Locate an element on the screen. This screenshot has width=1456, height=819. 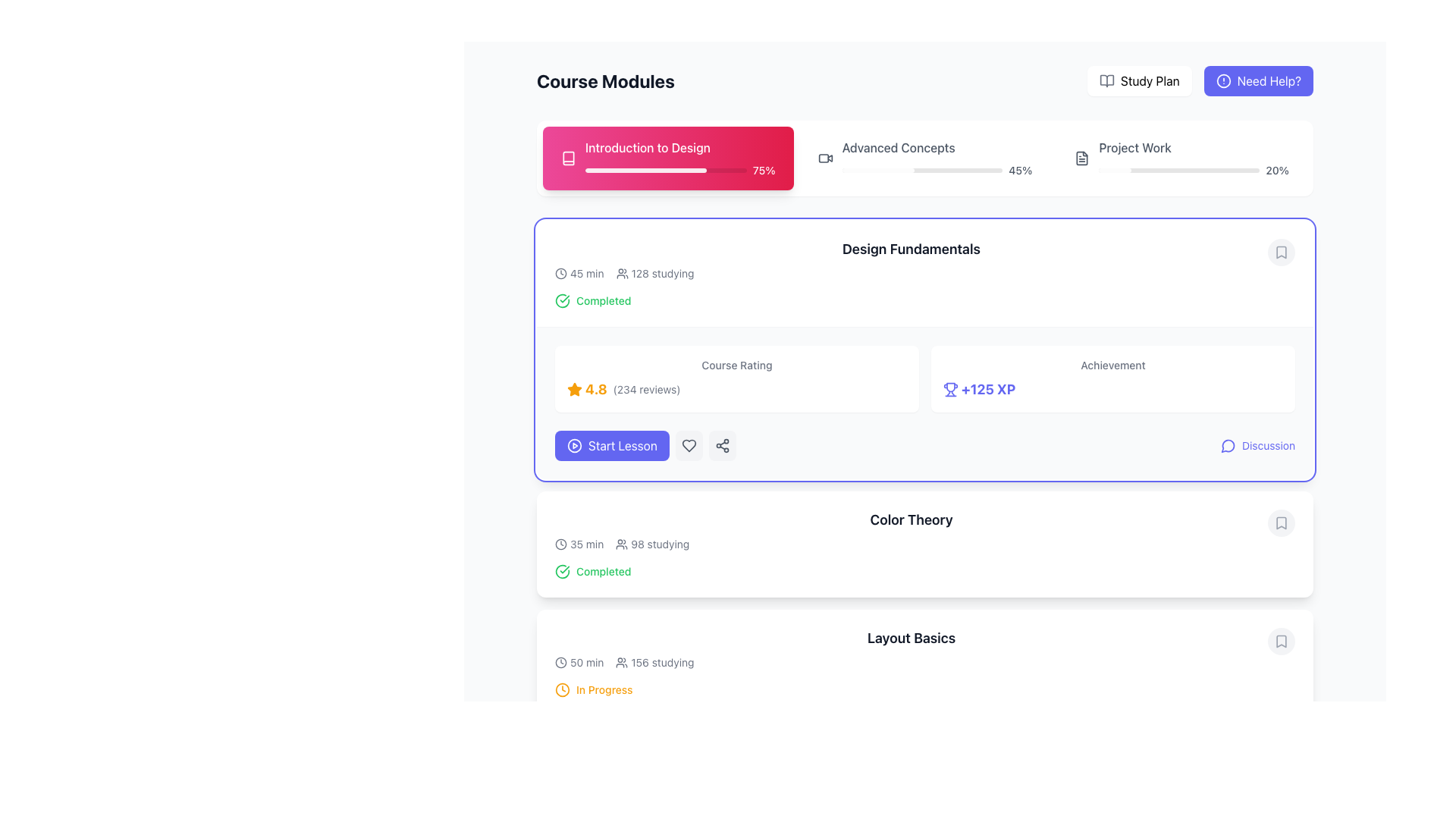
the open book icon, which is styled in a simplistic and modern outline design with a gray color, located near the 'Study Plan' button is located at coordinates (1106, 81).